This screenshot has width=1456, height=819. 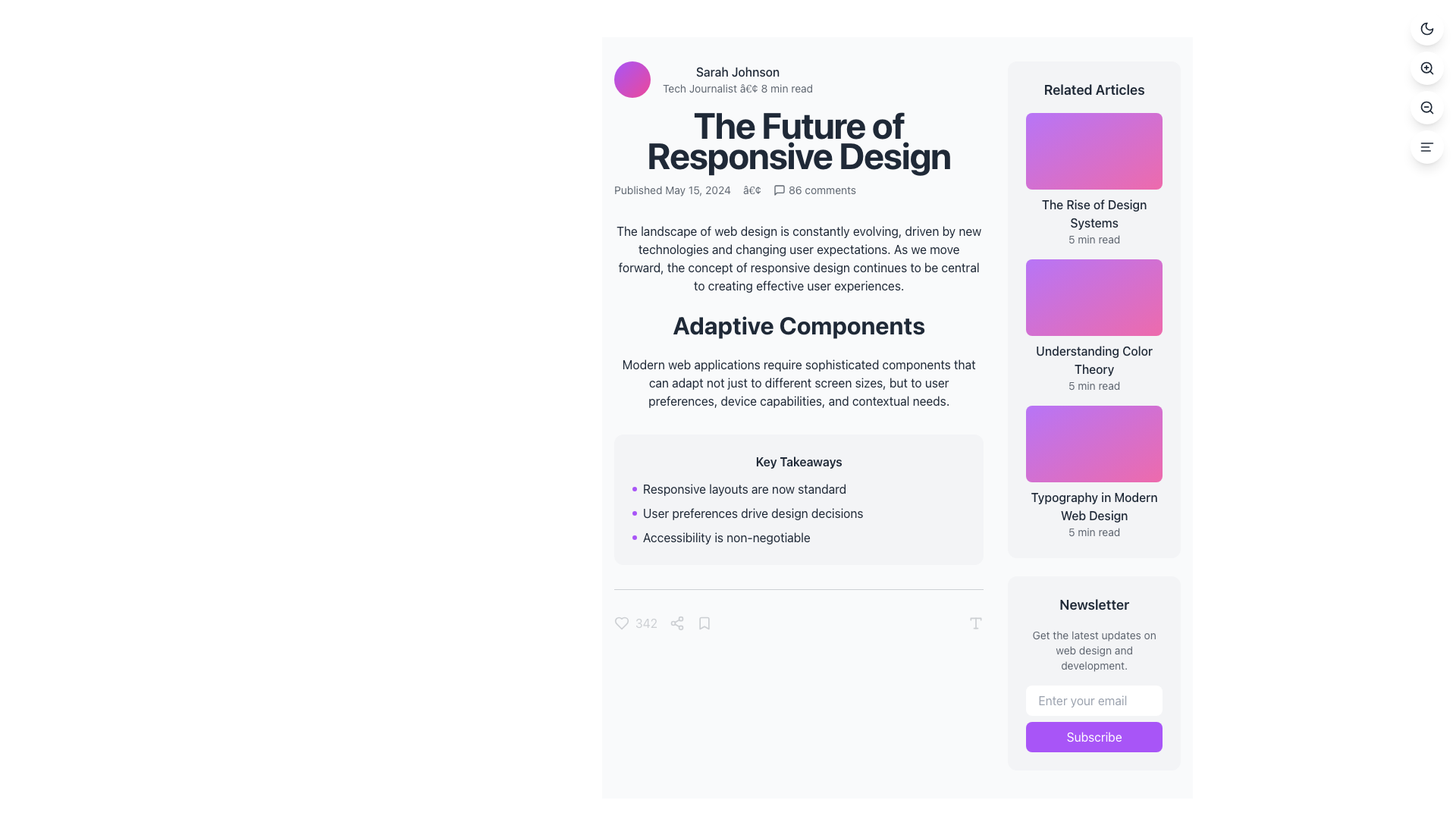 What do you see at coordinates (1094, 736) in the screenshot?
I see `the 'Subscribe' button, which is a rectangular button with white text on a purple background located in the 'Newsletter' section at the bottom right of the interface` at bounding box center [1094, 736].